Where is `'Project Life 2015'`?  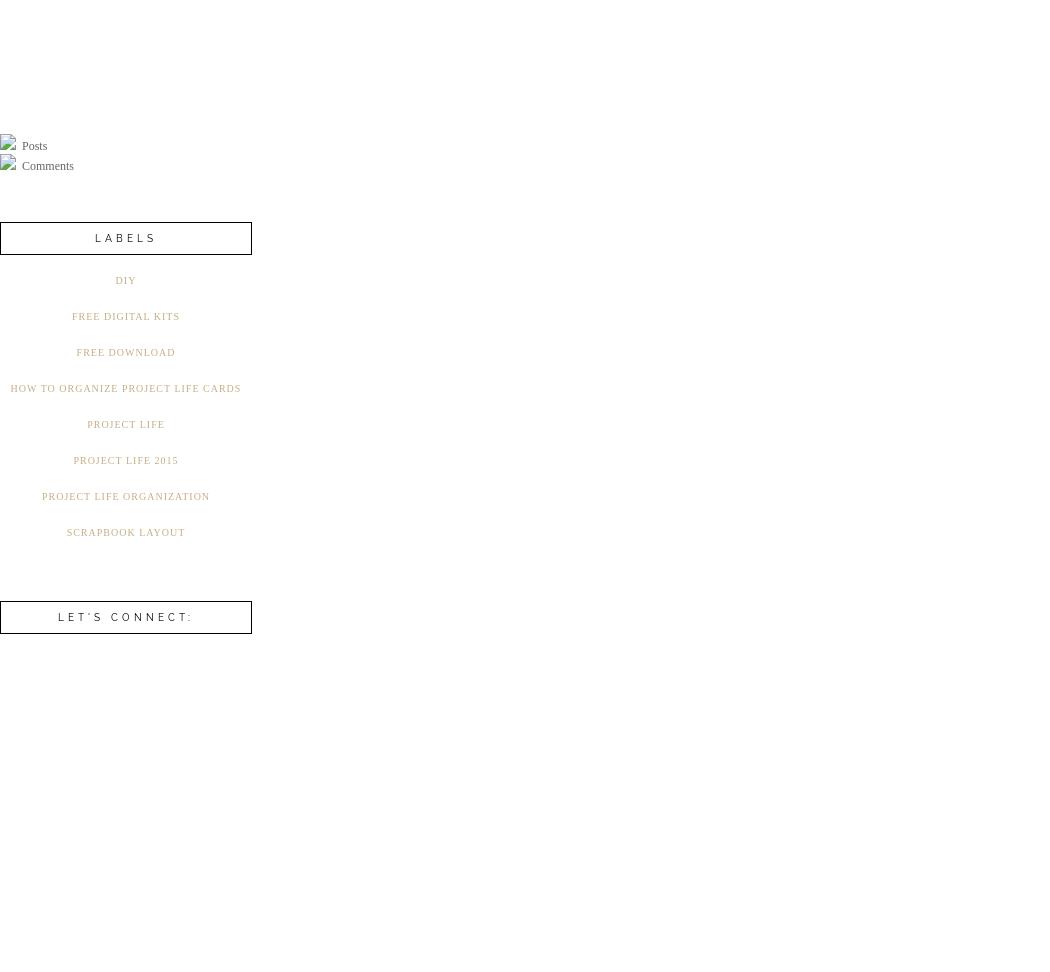 'Project Life 2015' is located at coordinates (71, 459).